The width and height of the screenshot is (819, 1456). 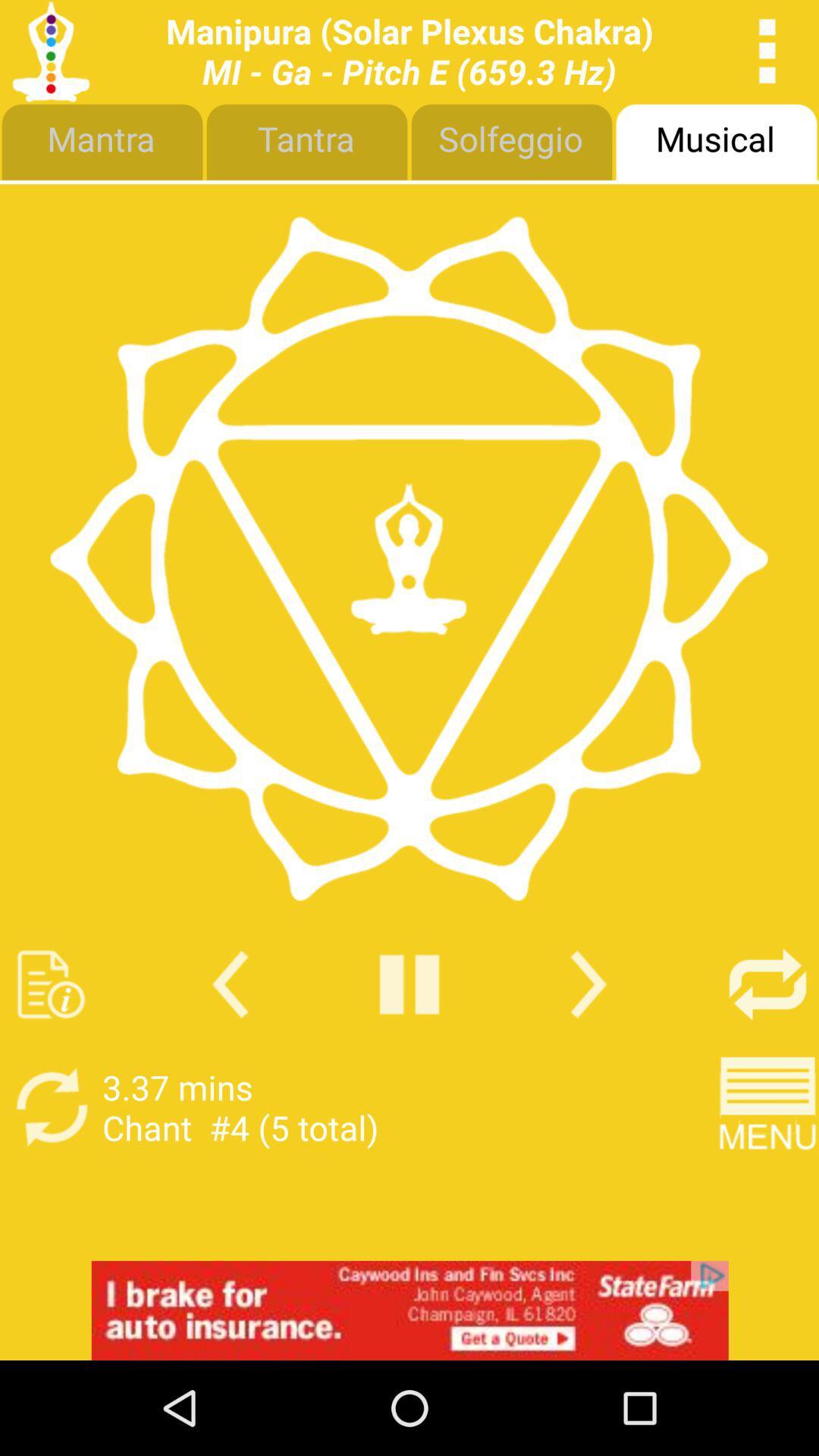 What do you see at coordinates (50, 1107) in the screenshot?
I see `refresh` at bounding box center [50, 1107].